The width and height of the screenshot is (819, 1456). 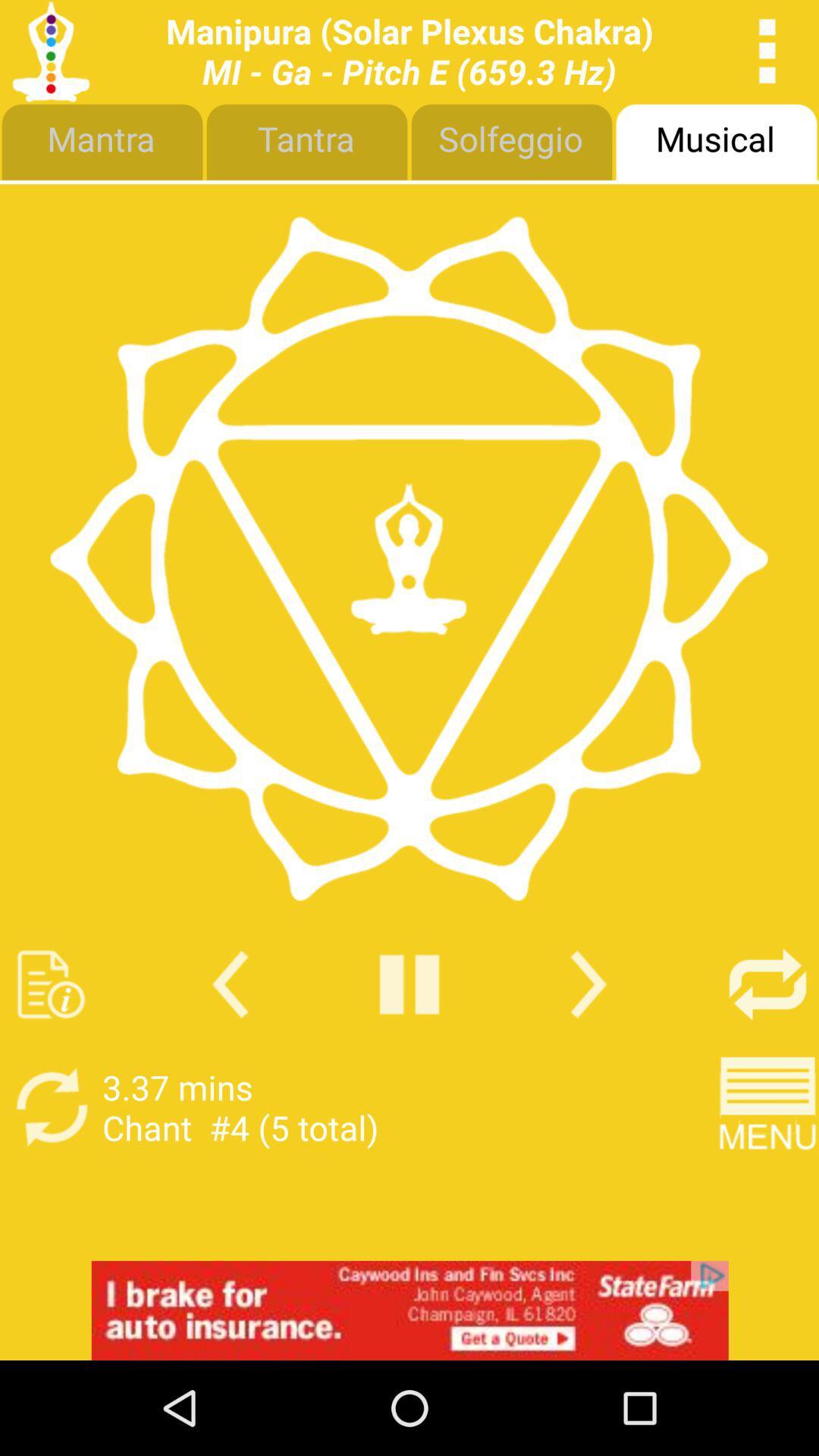 What do you see at coordinates (50, 1107) in the screenshot?
I see `refresh` at bounding box center [50, 1107].